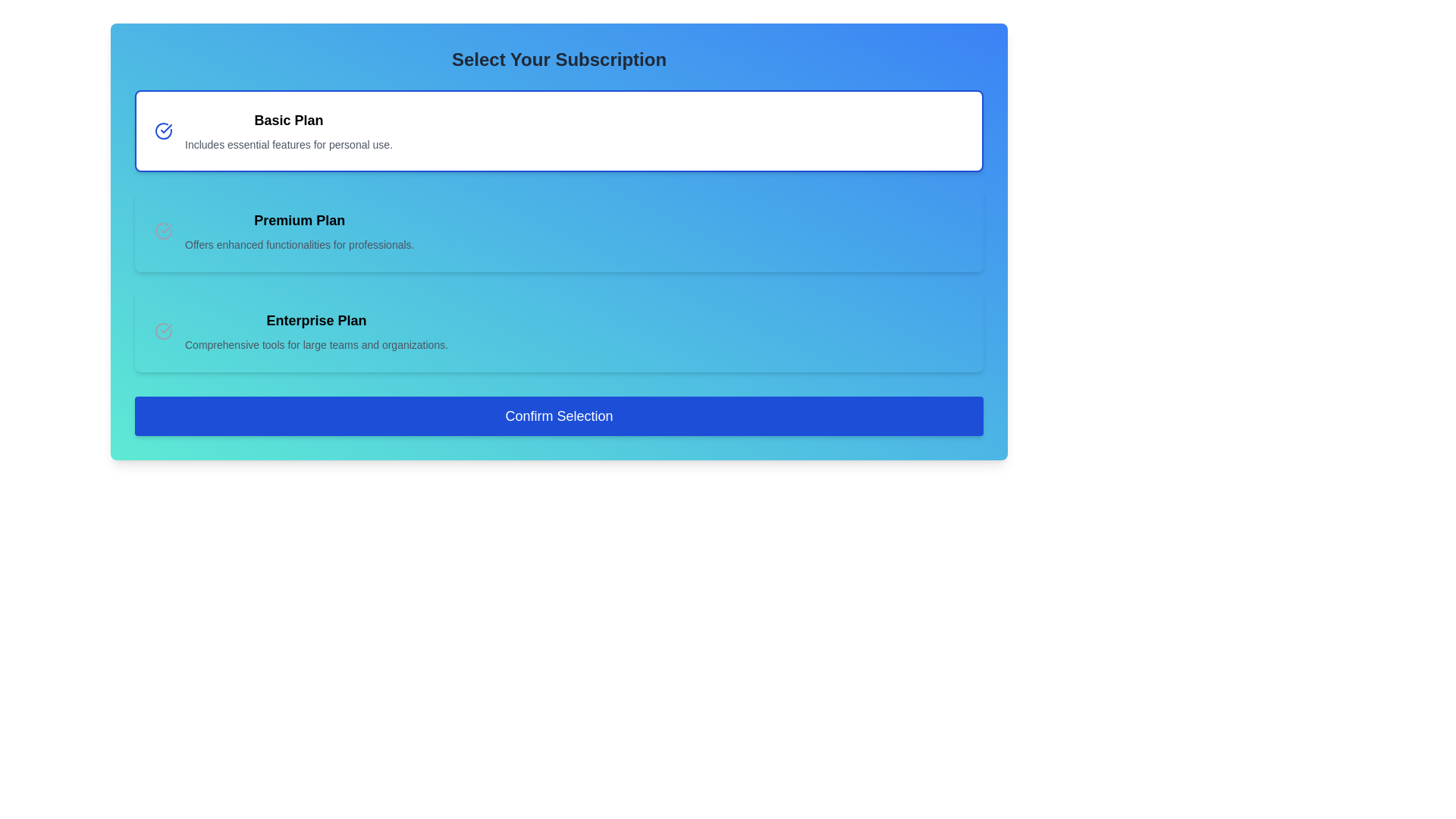  What do you see at coordinates (288, 130) in the screenshot?
I see `the text block displaying 'Basic Plan' which includes essential features for personal use` at bounding box center [288, 130].